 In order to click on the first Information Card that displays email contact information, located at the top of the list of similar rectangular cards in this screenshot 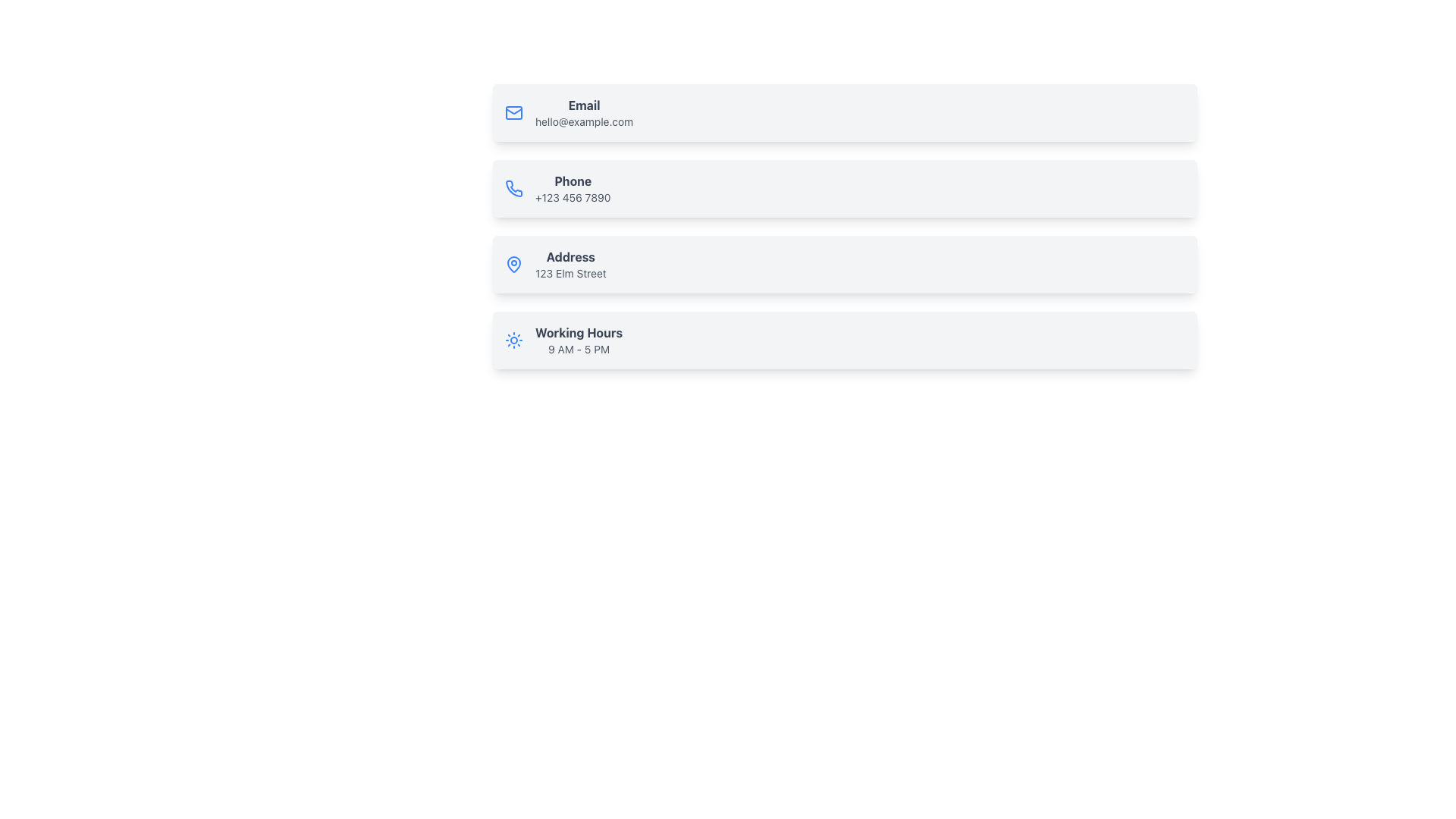, I will do `click(844, 112)`.